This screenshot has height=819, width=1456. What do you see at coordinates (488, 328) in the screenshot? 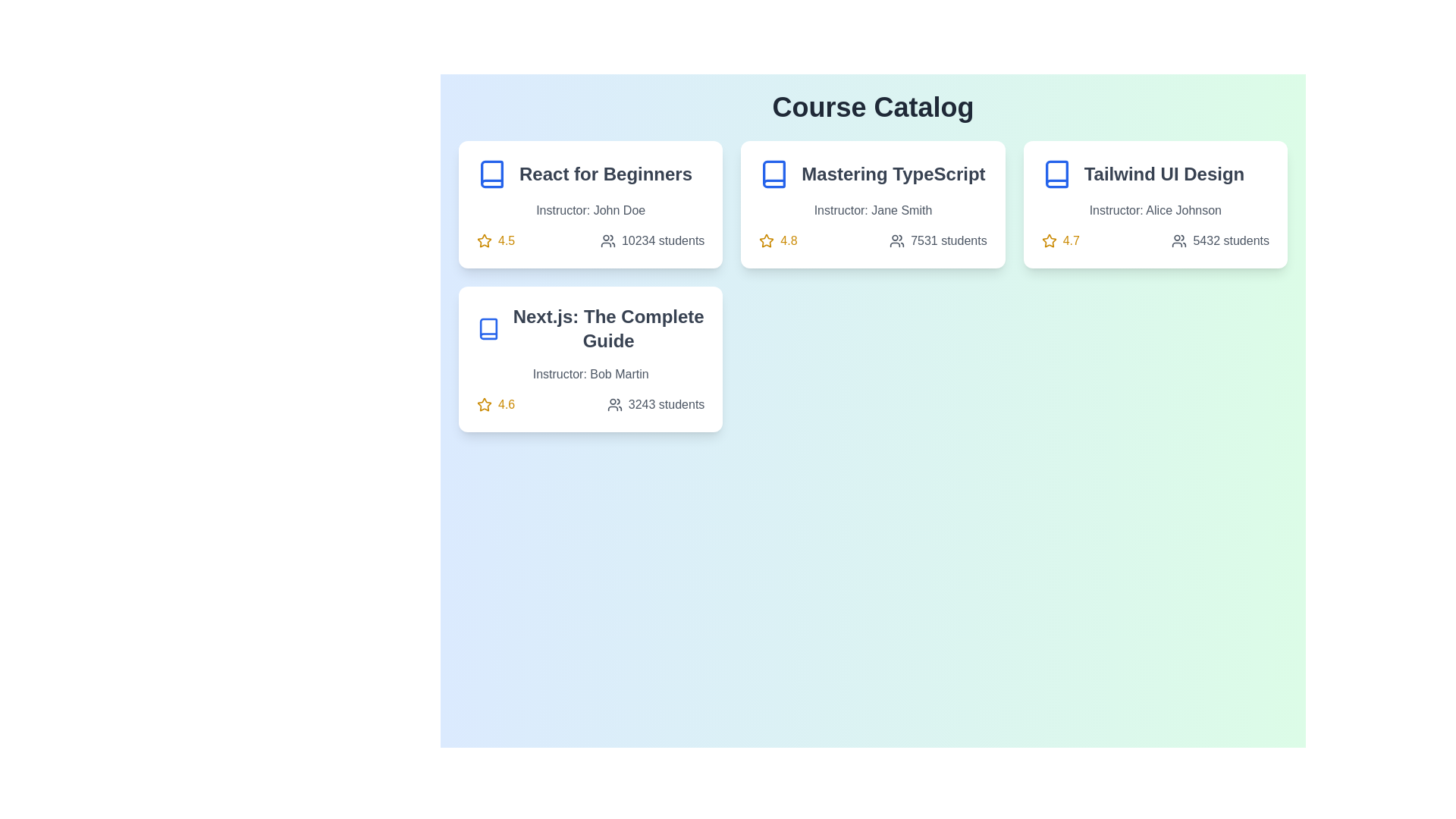
I see `the book icon with a blue outline located at the top left of the course card for 'Next.js: The Complete Guide'` at bounding box center [488, 328].